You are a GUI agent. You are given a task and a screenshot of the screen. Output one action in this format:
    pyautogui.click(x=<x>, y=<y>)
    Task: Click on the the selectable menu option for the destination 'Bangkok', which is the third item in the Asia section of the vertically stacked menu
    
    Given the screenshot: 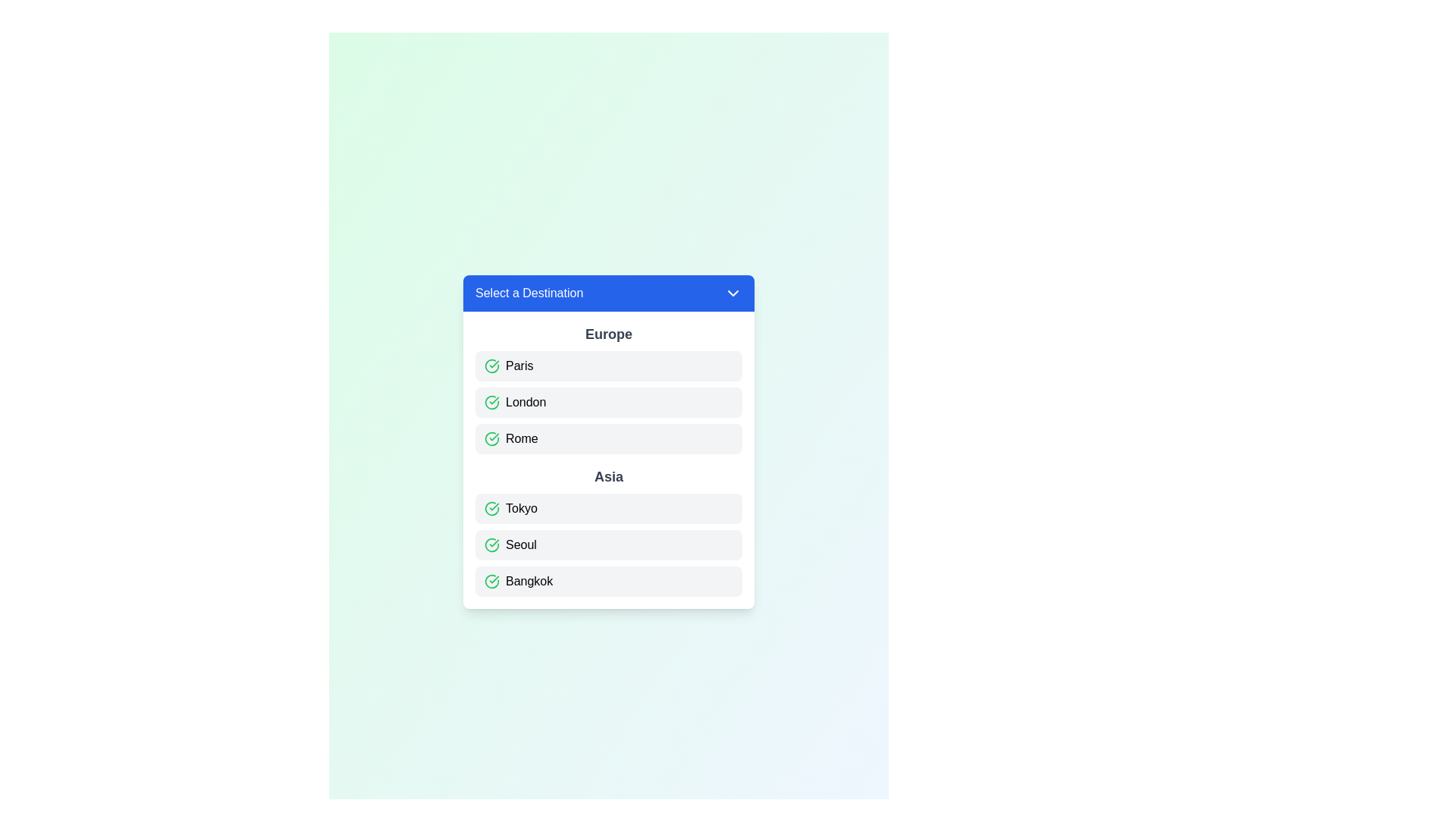 What is the action you would take?
    pyautogui.click(x=608, y=581)
    